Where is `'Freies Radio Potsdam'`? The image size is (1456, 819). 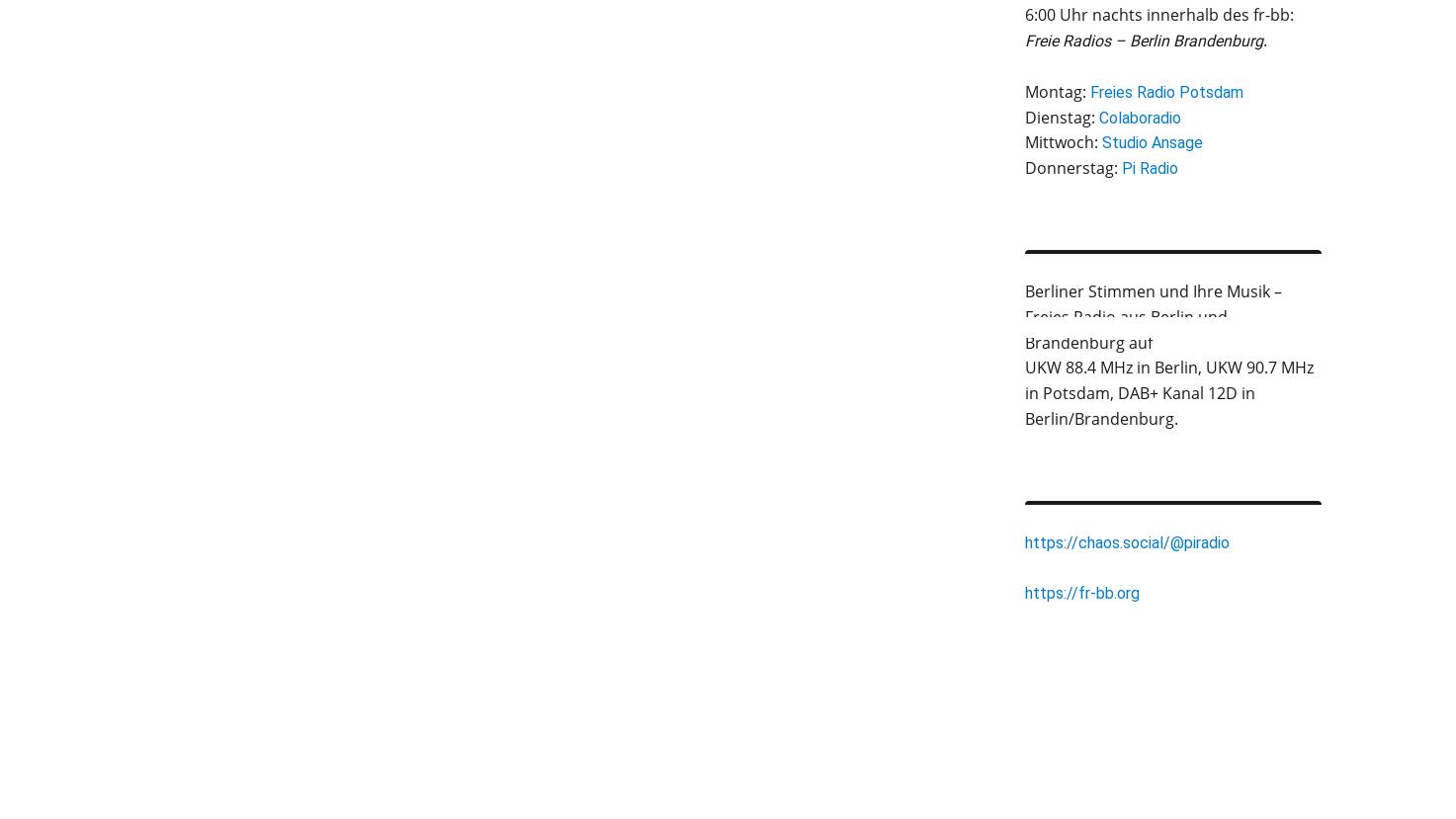
'Freies Radio Potsdam' is located at coordinates (1164, 91).